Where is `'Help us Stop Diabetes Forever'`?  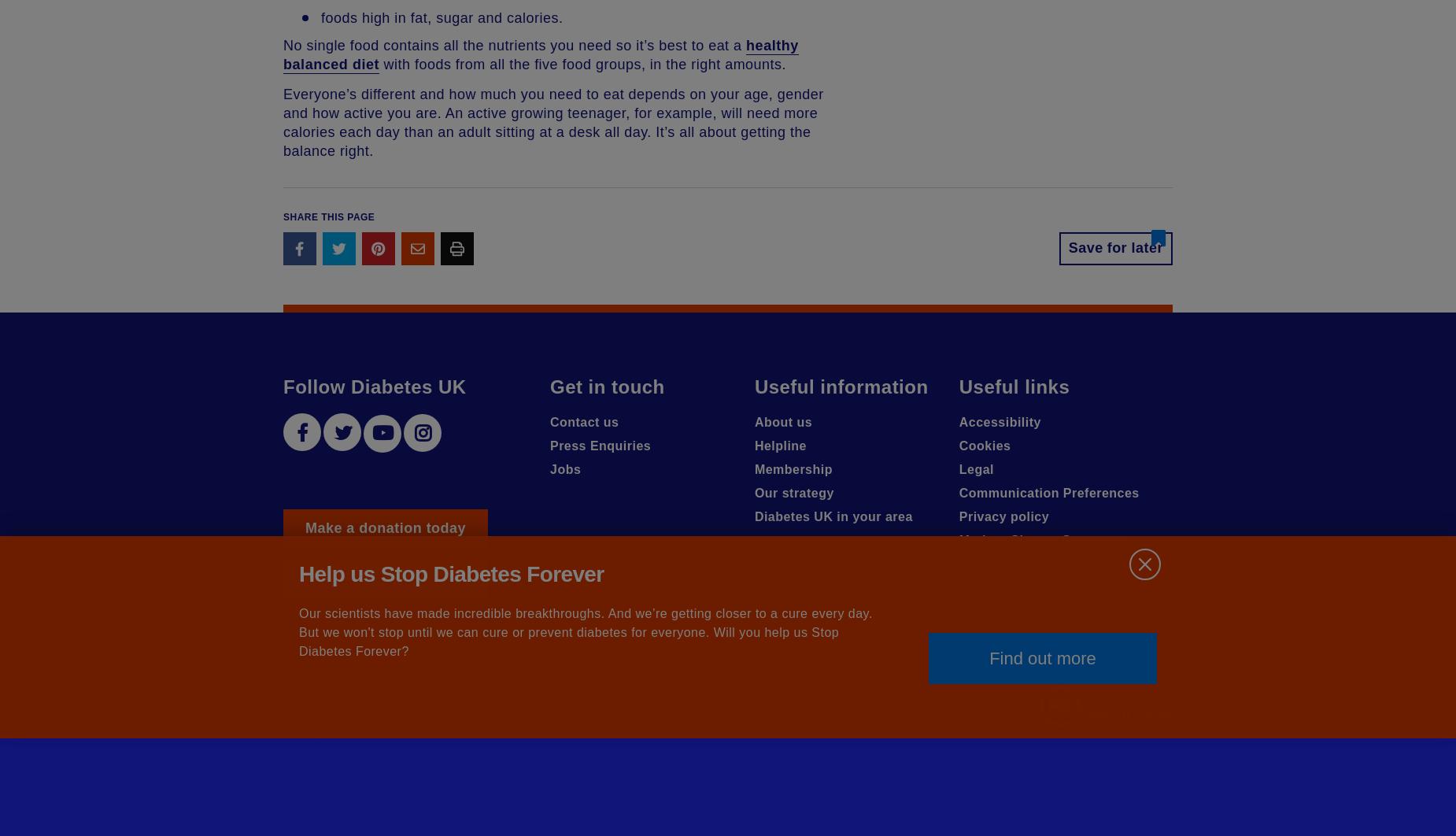
'Help us Stop Diabetes Forever' is located at coordinates (451, 574).